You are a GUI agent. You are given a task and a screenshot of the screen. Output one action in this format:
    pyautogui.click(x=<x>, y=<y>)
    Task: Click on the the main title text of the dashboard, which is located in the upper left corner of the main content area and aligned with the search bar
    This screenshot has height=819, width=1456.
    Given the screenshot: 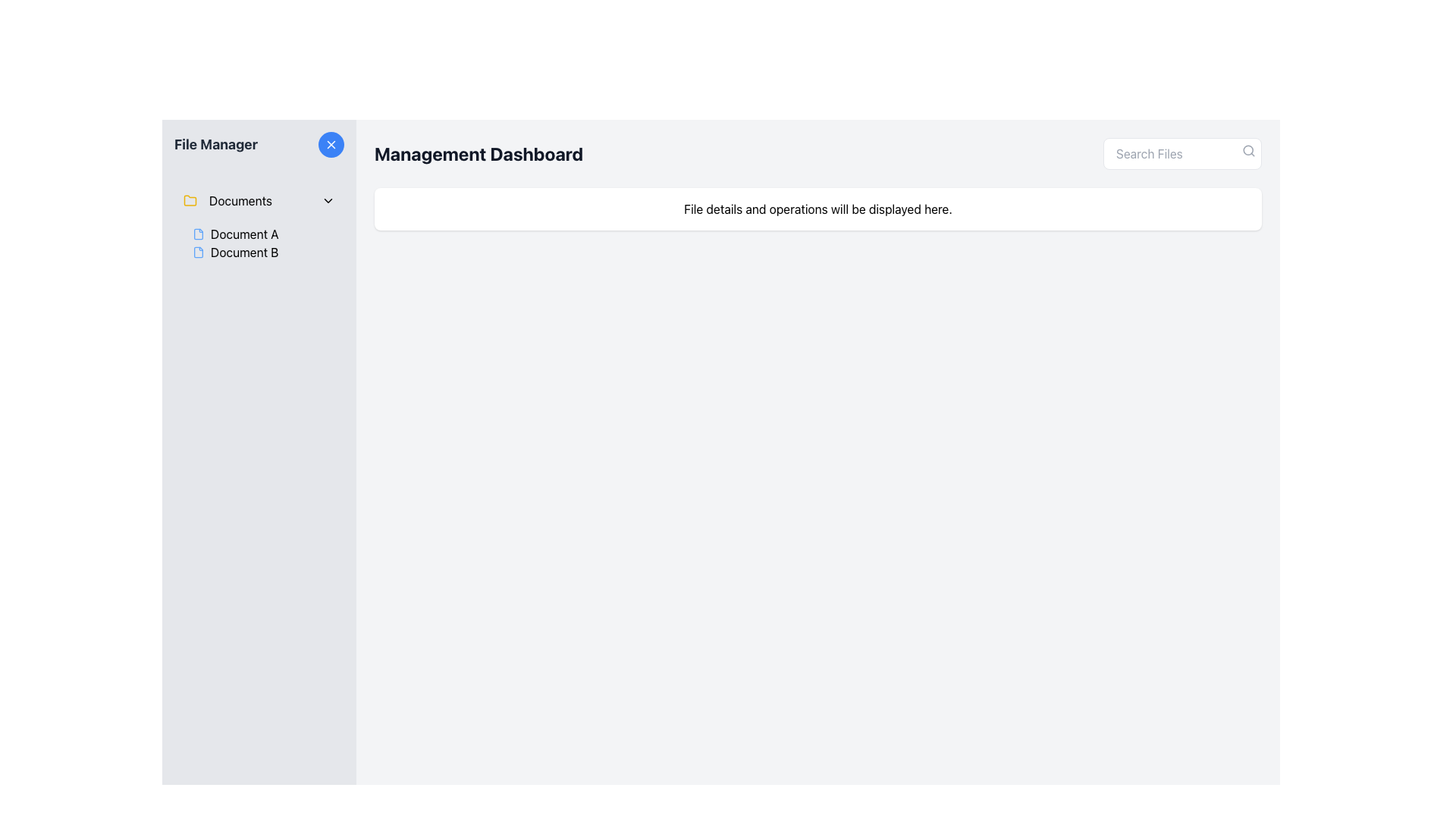 What is the action you would take?
    pyautogui.click(x=478, y=154)
    